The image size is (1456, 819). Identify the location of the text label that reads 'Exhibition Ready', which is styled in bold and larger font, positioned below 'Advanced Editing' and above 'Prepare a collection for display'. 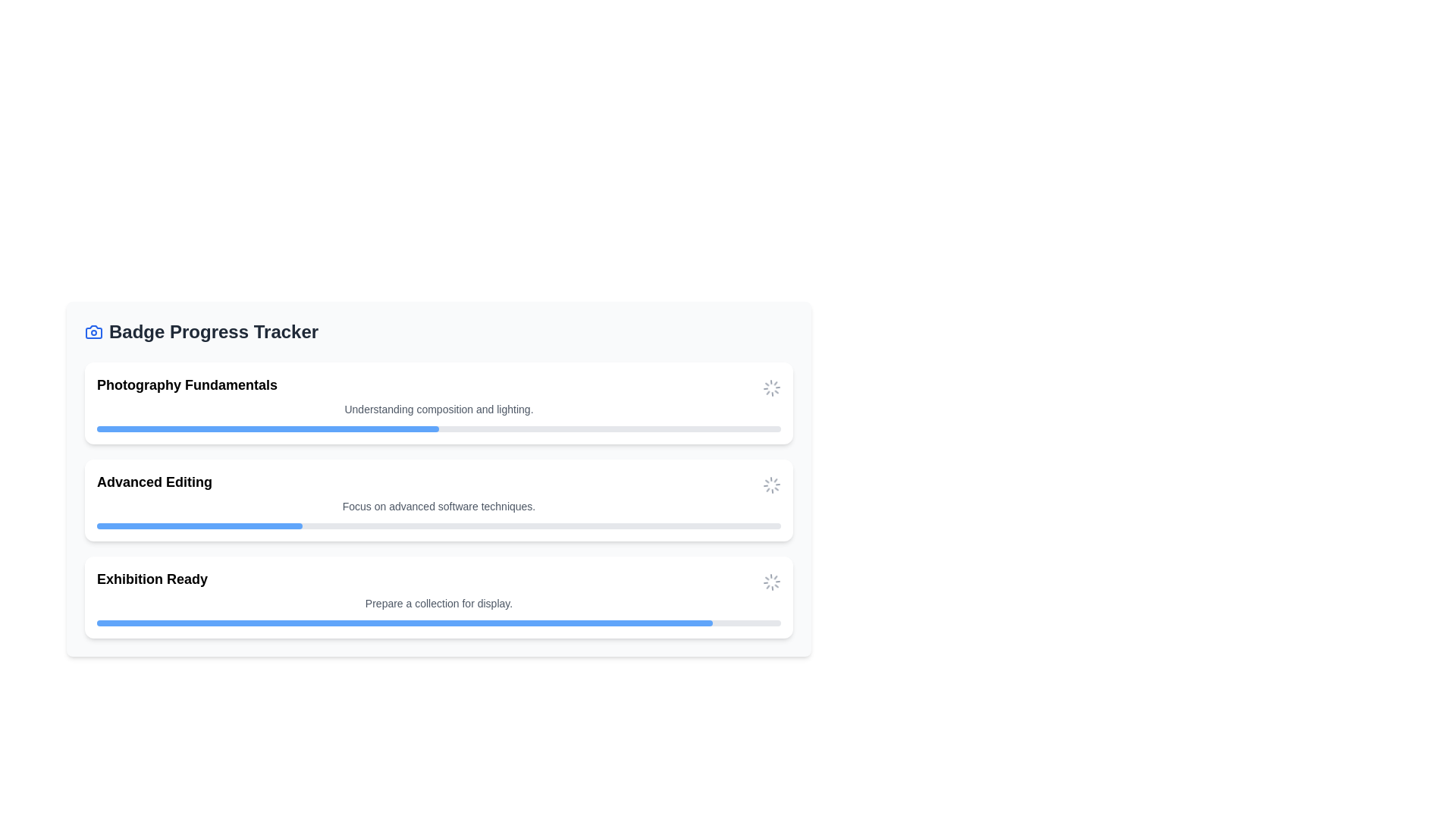
(152, 579).